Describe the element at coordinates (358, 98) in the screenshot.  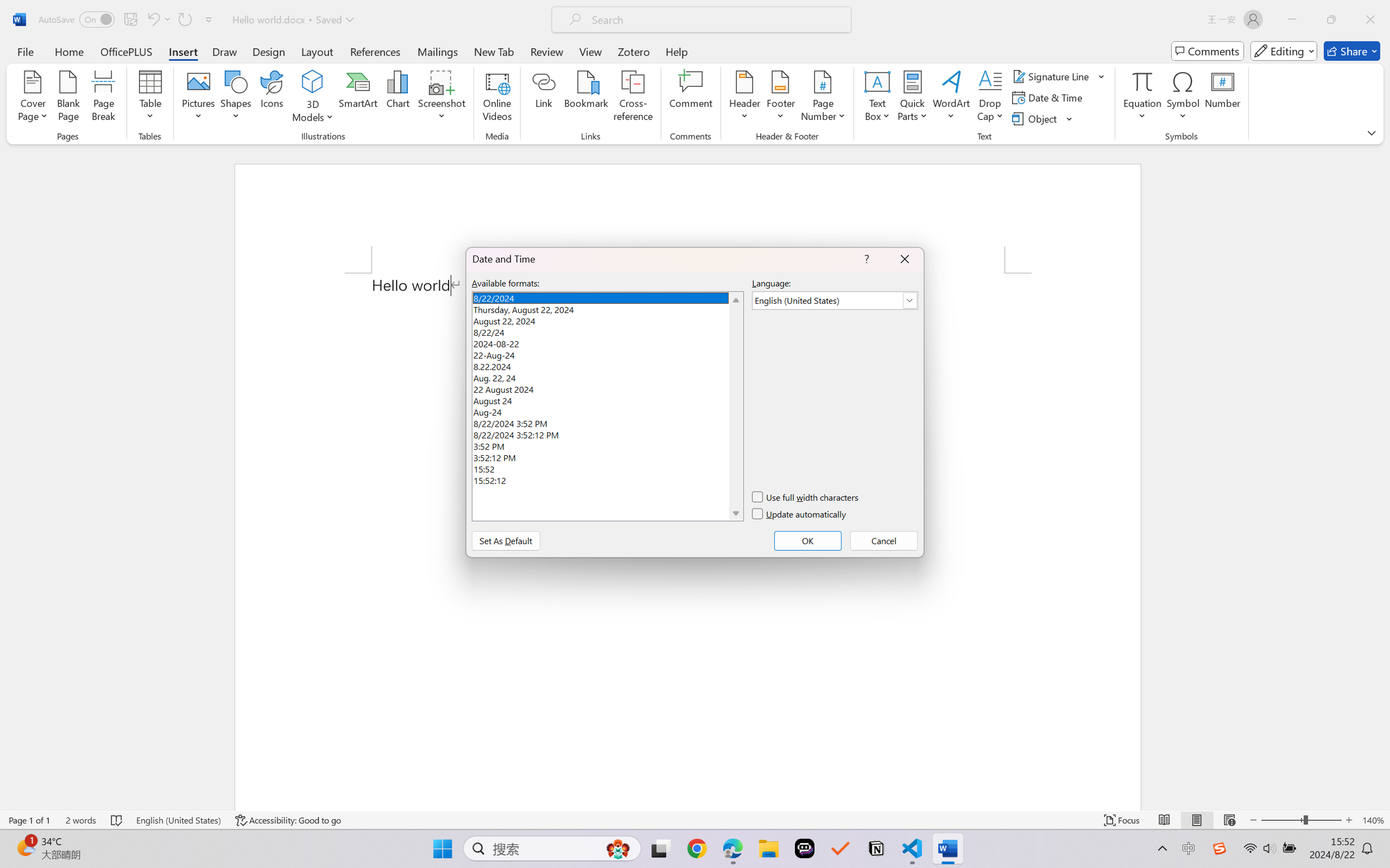
I see `'SmartArt...'` at that location.